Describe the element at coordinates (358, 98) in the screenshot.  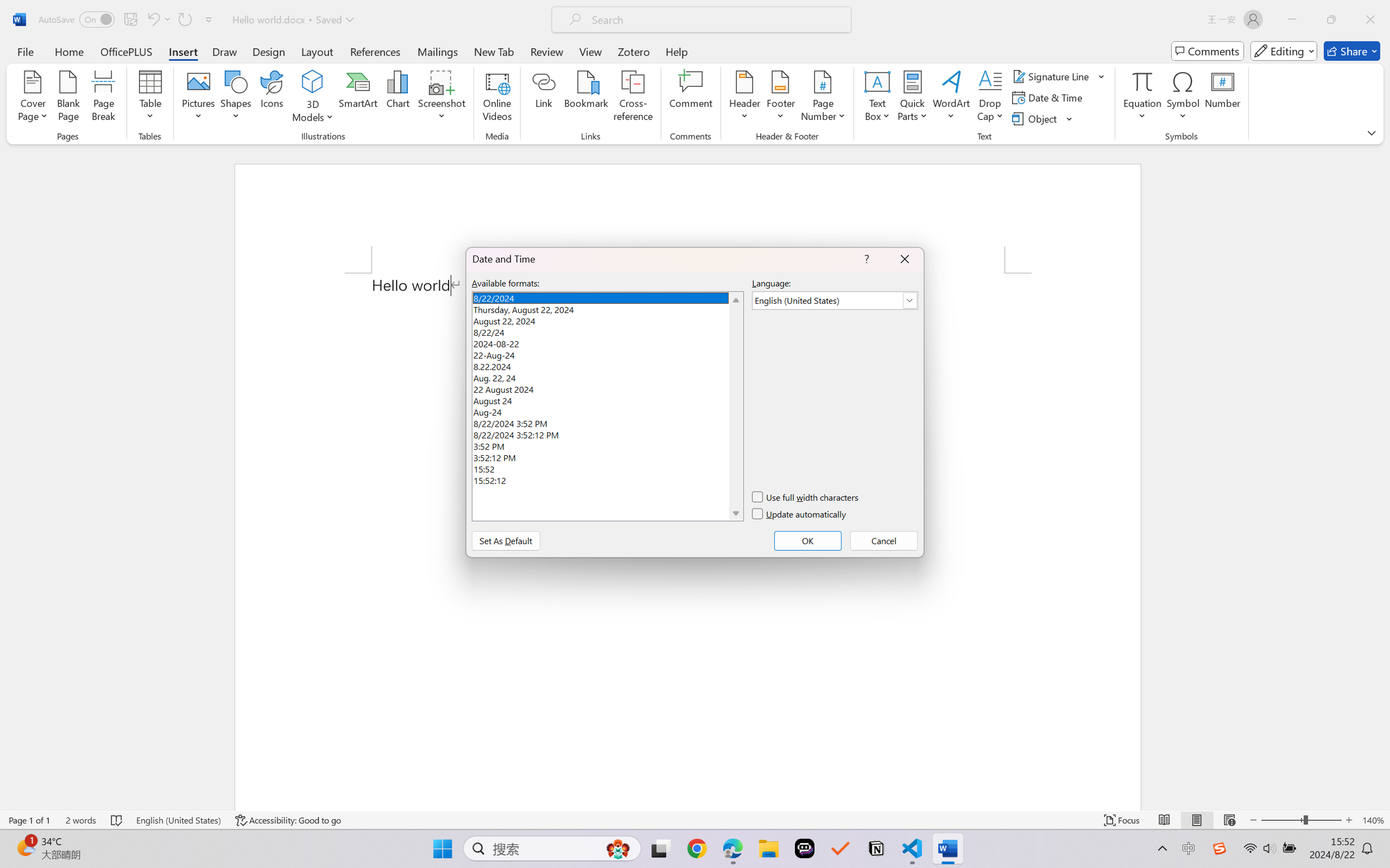
I see `'SmartArt...'` at that location.